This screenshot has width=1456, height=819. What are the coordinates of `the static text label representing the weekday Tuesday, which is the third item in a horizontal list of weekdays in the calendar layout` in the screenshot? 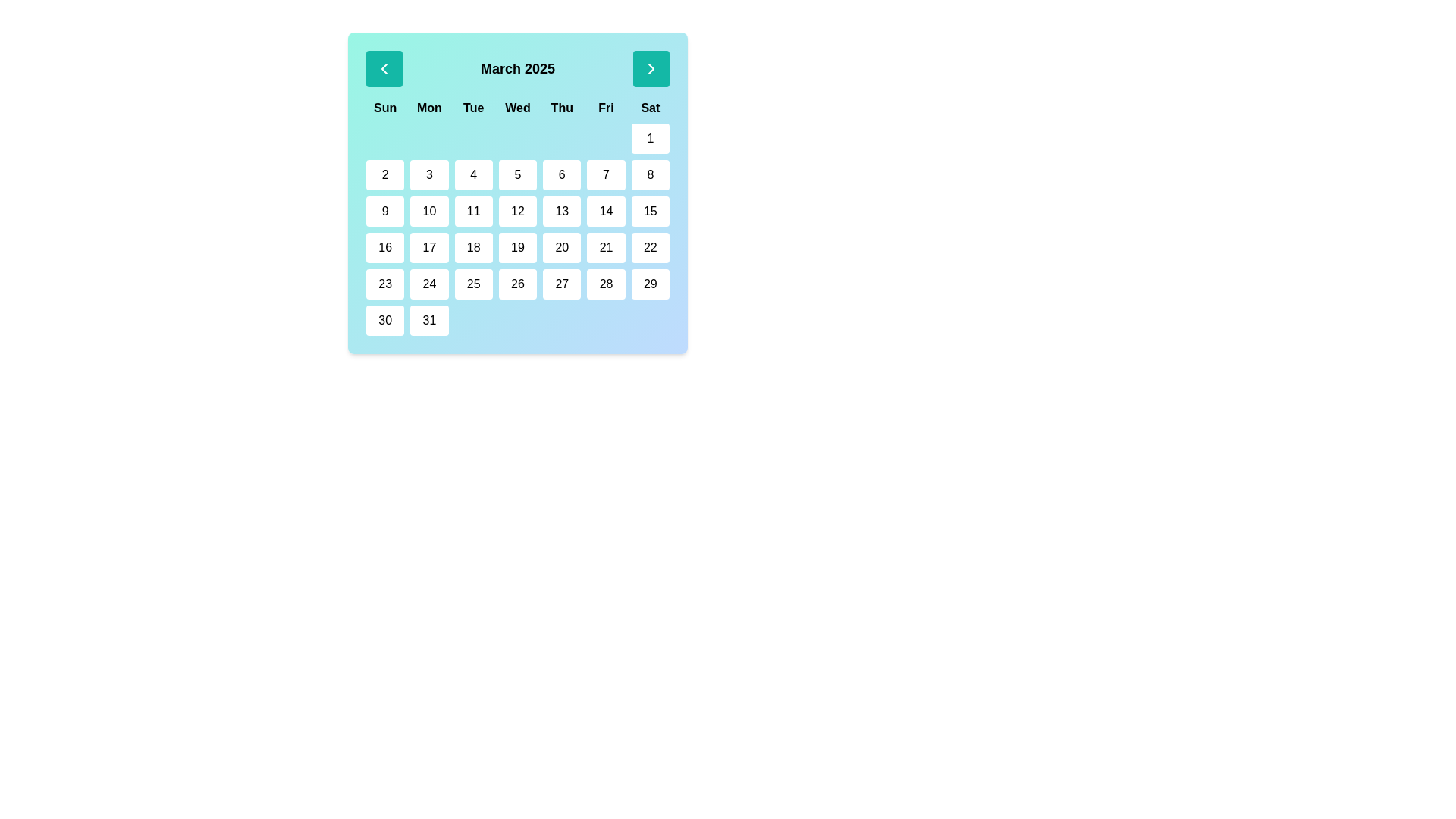 It's located at (472, 107).